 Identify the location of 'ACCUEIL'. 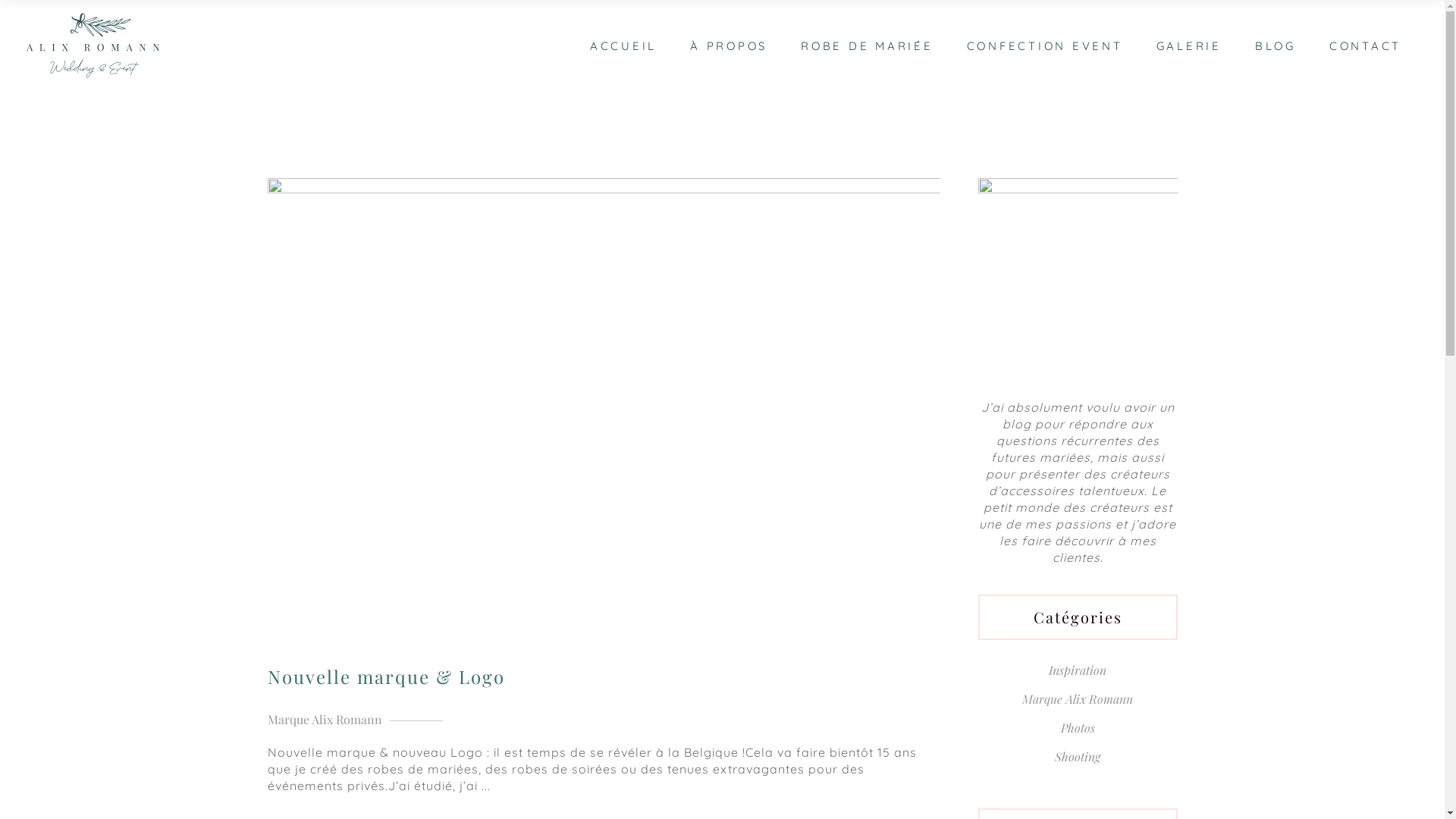
(572, 45).